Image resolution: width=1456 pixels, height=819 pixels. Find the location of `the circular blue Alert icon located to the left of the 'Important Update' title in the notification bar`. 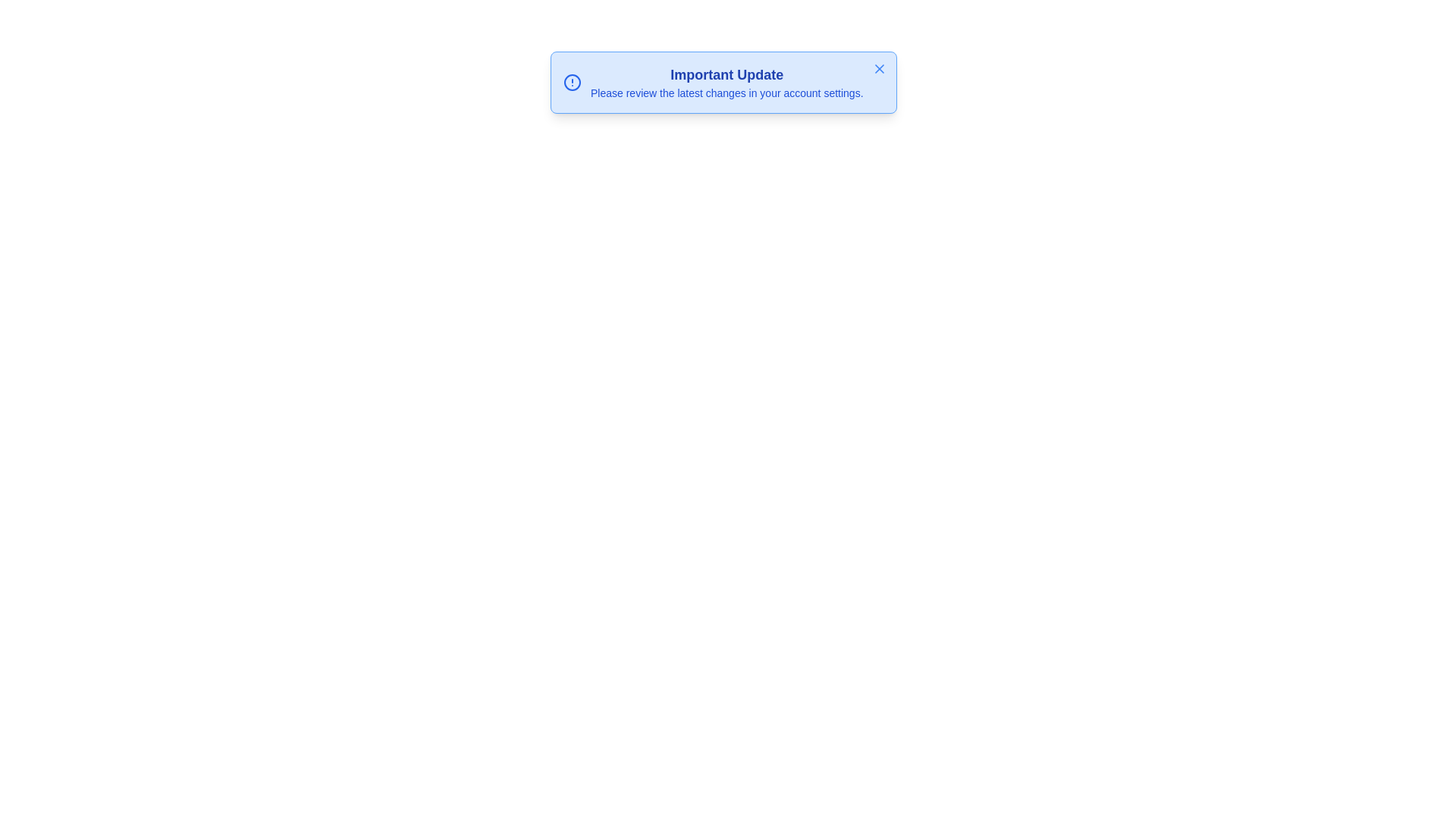

the circular blue Alert icon located to the left of the 'Important Update' title in the notification bar is located at coordinates (571, 82).